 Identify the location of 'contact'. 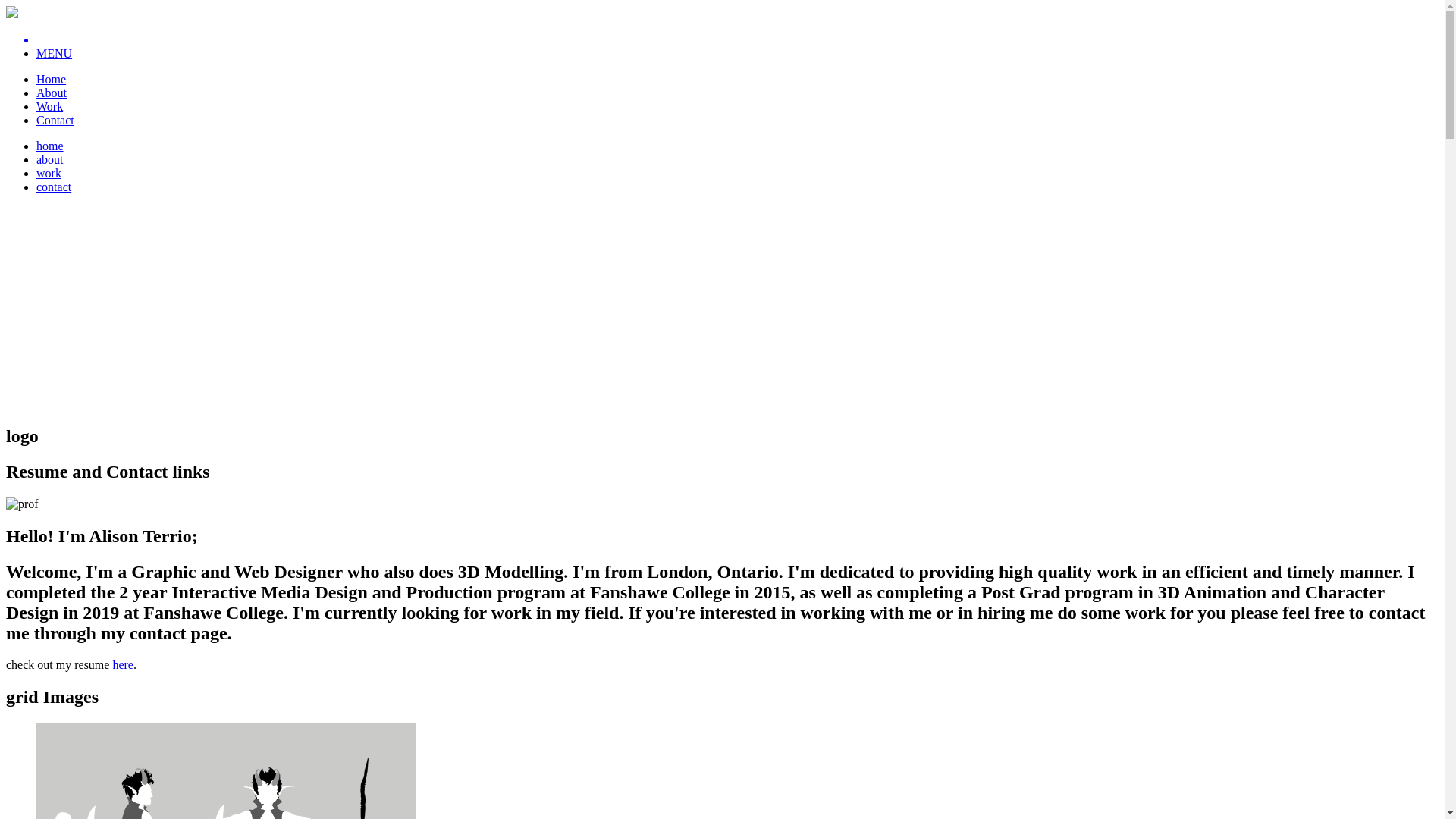
(54, 186).